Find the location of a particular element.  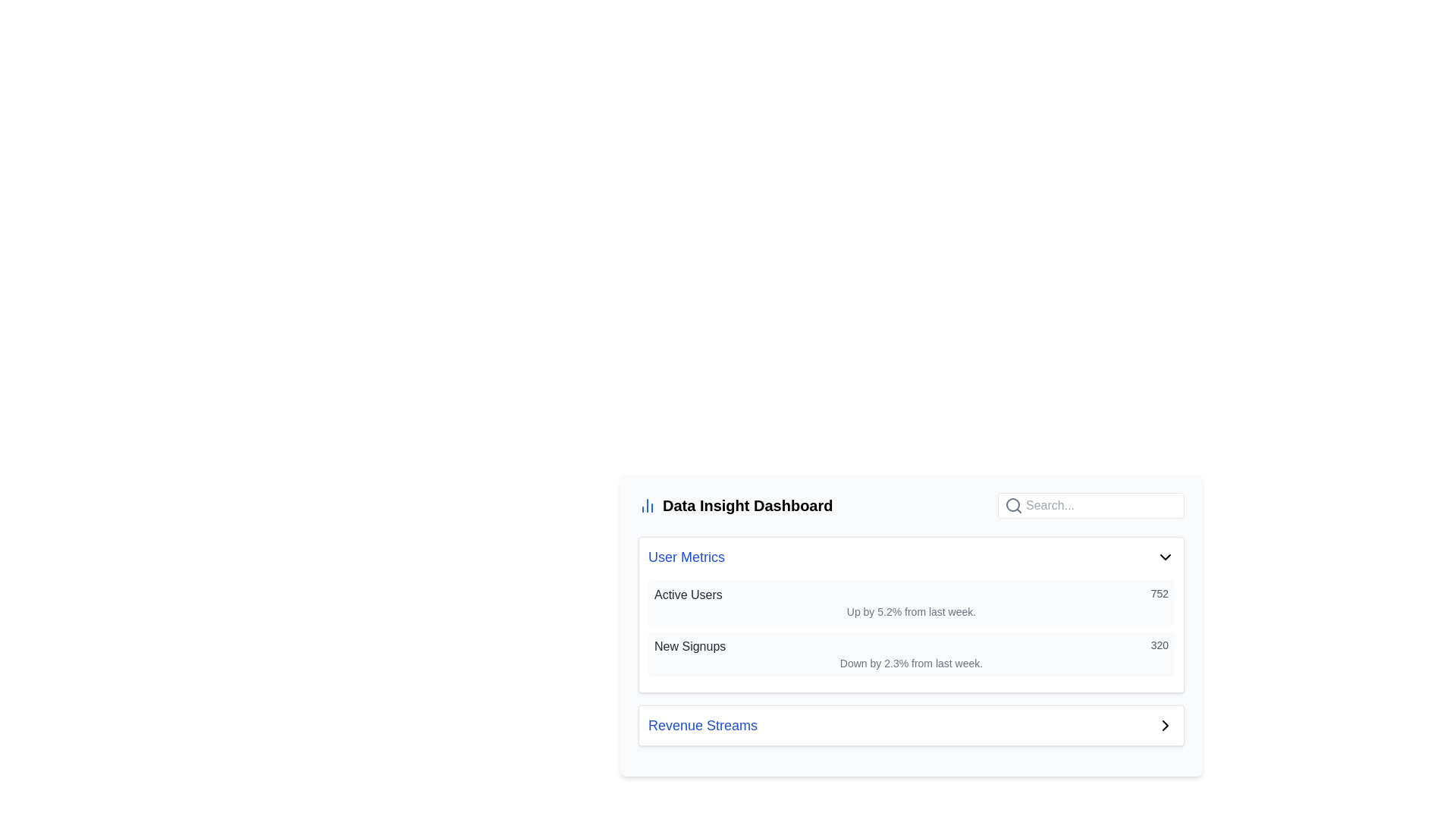

'New Signups' informational block located below the 'Active Users' block in the 'User Metrics' section of the 'Data Insight Dashboard', which displays the value '320' and the comparison 'Down by 2.3%' is located at coordinates (910, 654).